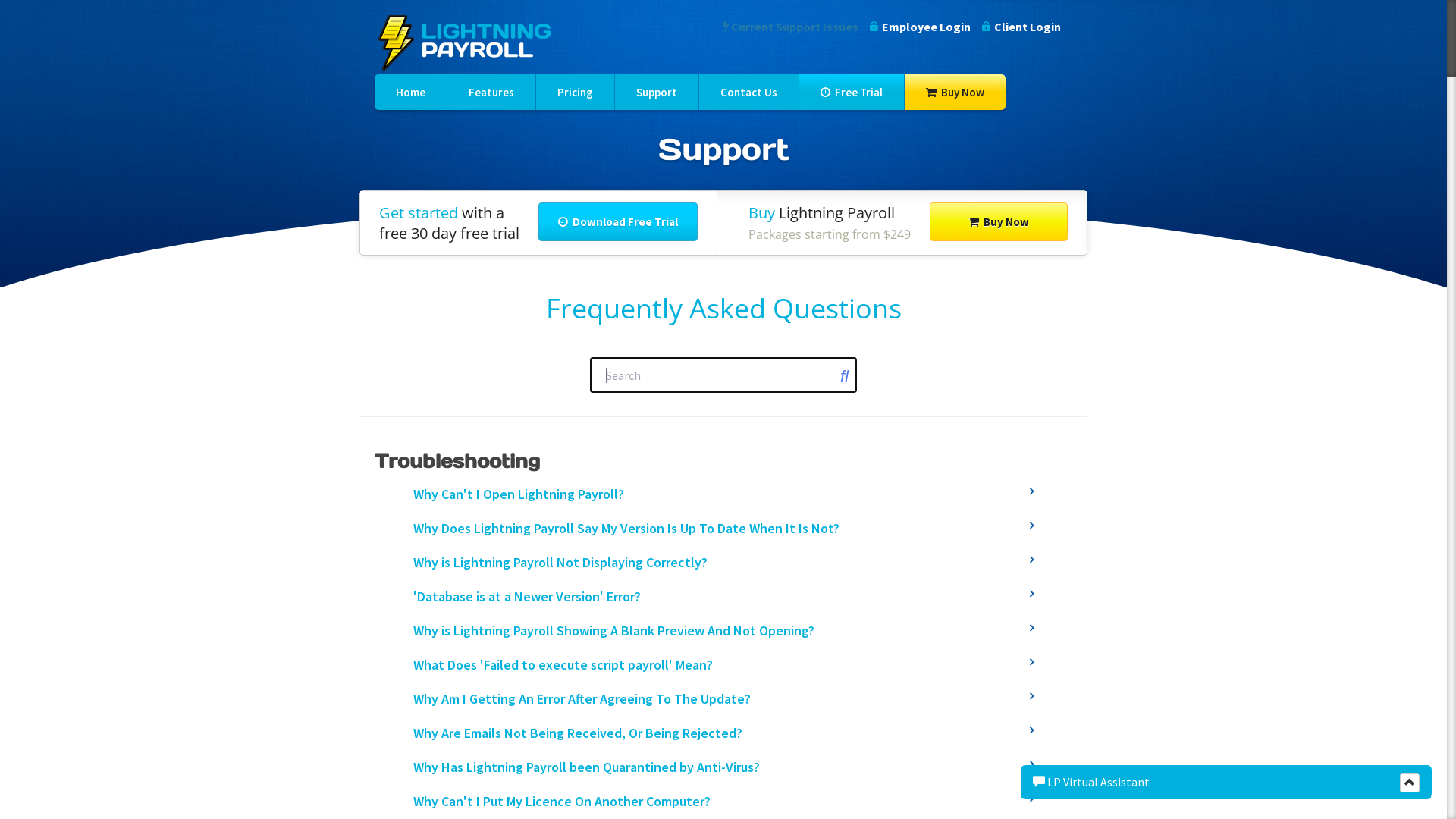 The image size is (1456, 819). What do you see at coordinates (538, 221) in the screenshot?
I see `'  Download Free Trial'` at bounding box center [538, 221].